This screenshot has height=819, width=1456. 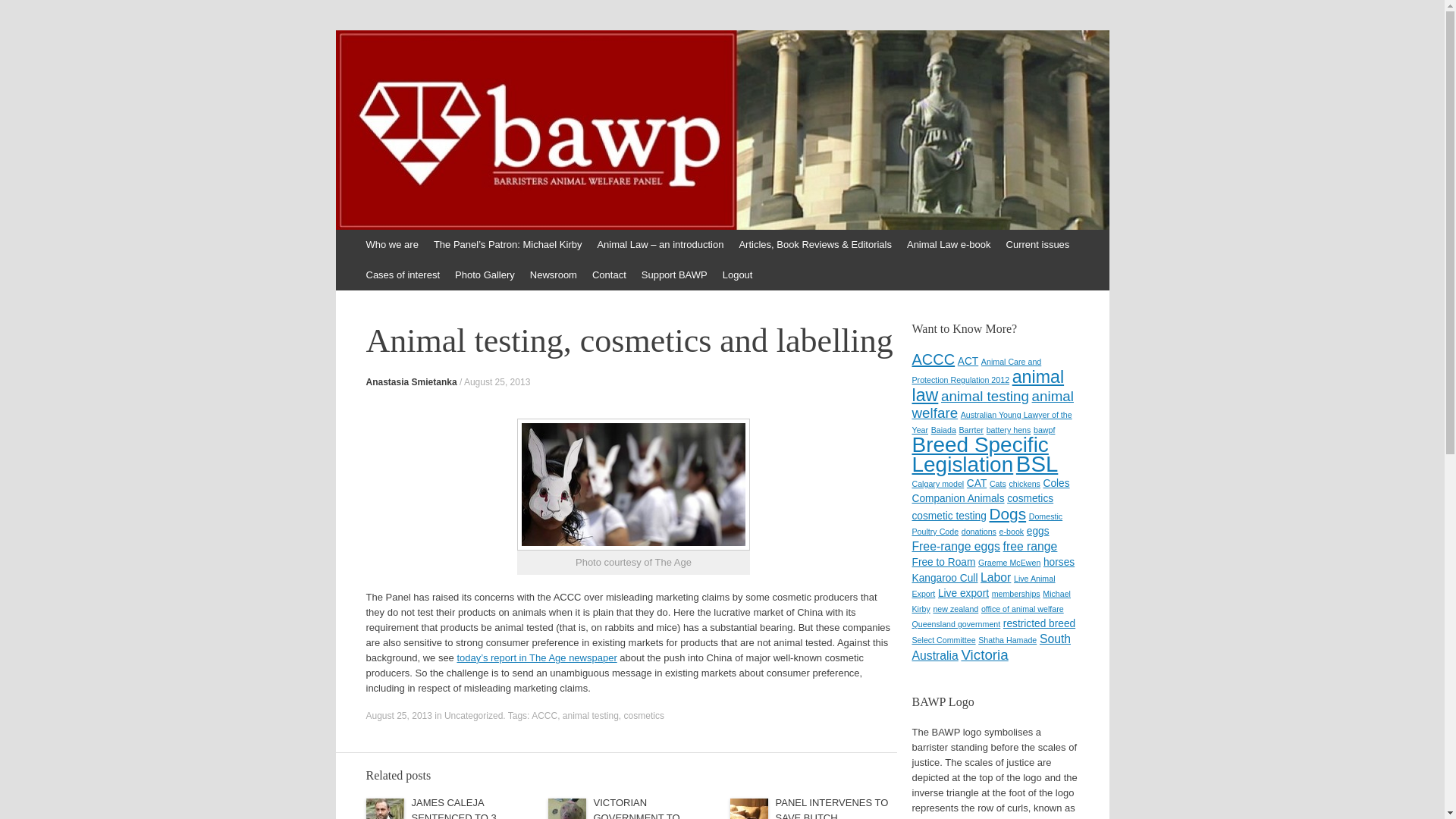 What do you see at coordinates (1024, 483) in the screenshot?
I see `'chickens'` at bounding box center [1024, 483].